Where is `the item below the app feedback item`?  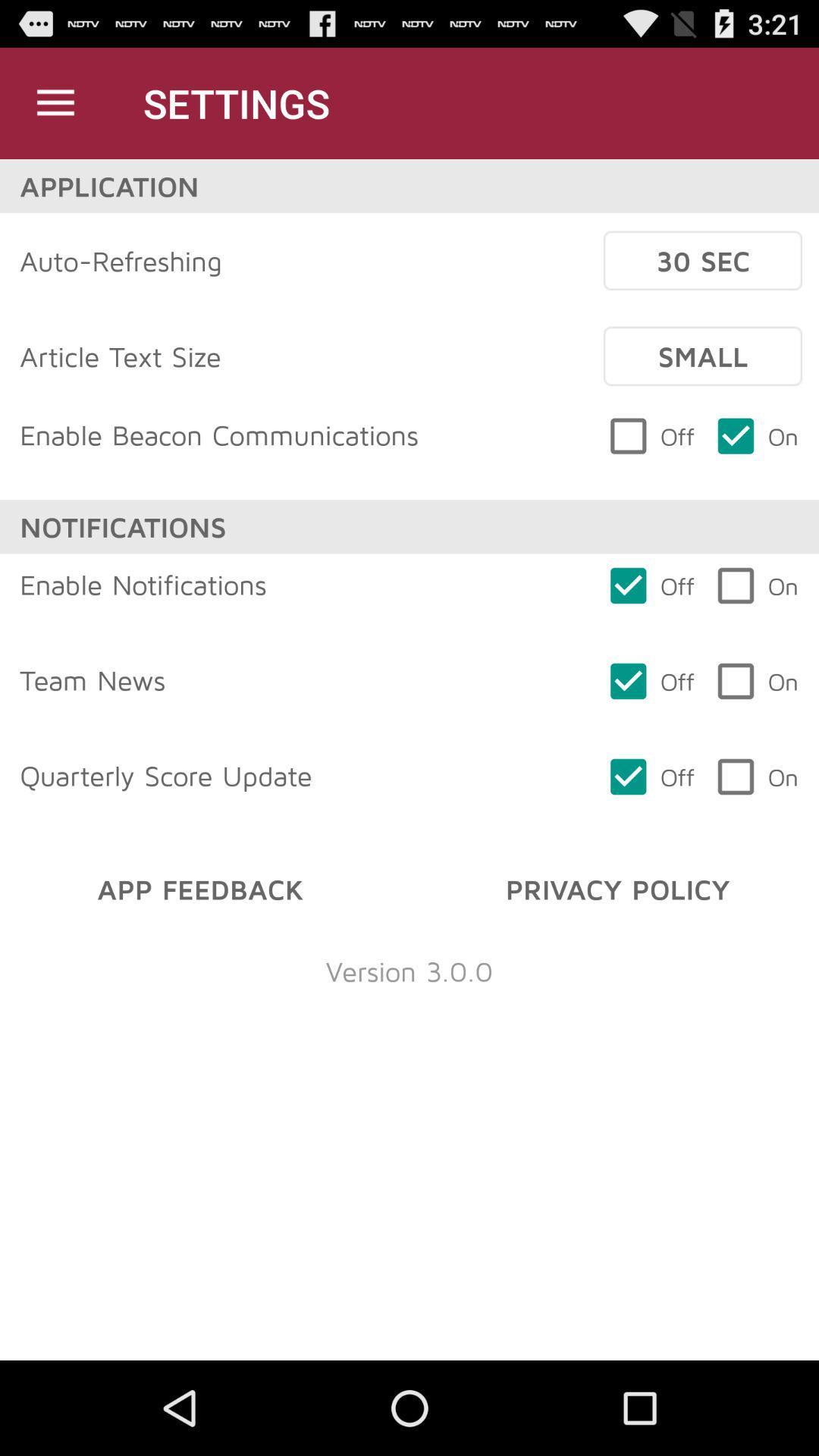
the item below the app feedback item is located at coordinates (409, 971).